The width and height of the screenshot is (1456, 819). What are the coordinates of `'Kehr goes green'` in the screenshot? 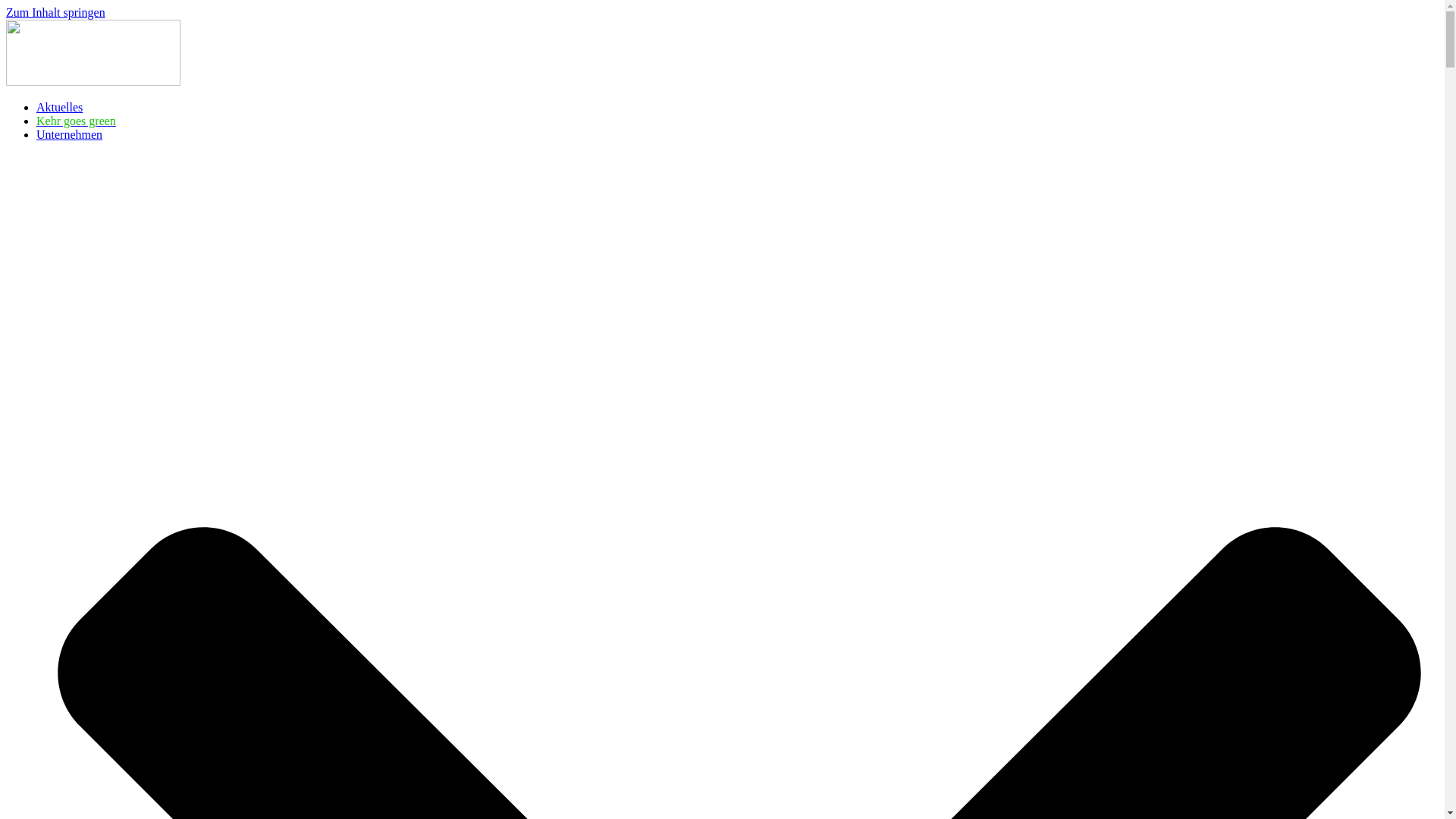 It's located at (75, 120).